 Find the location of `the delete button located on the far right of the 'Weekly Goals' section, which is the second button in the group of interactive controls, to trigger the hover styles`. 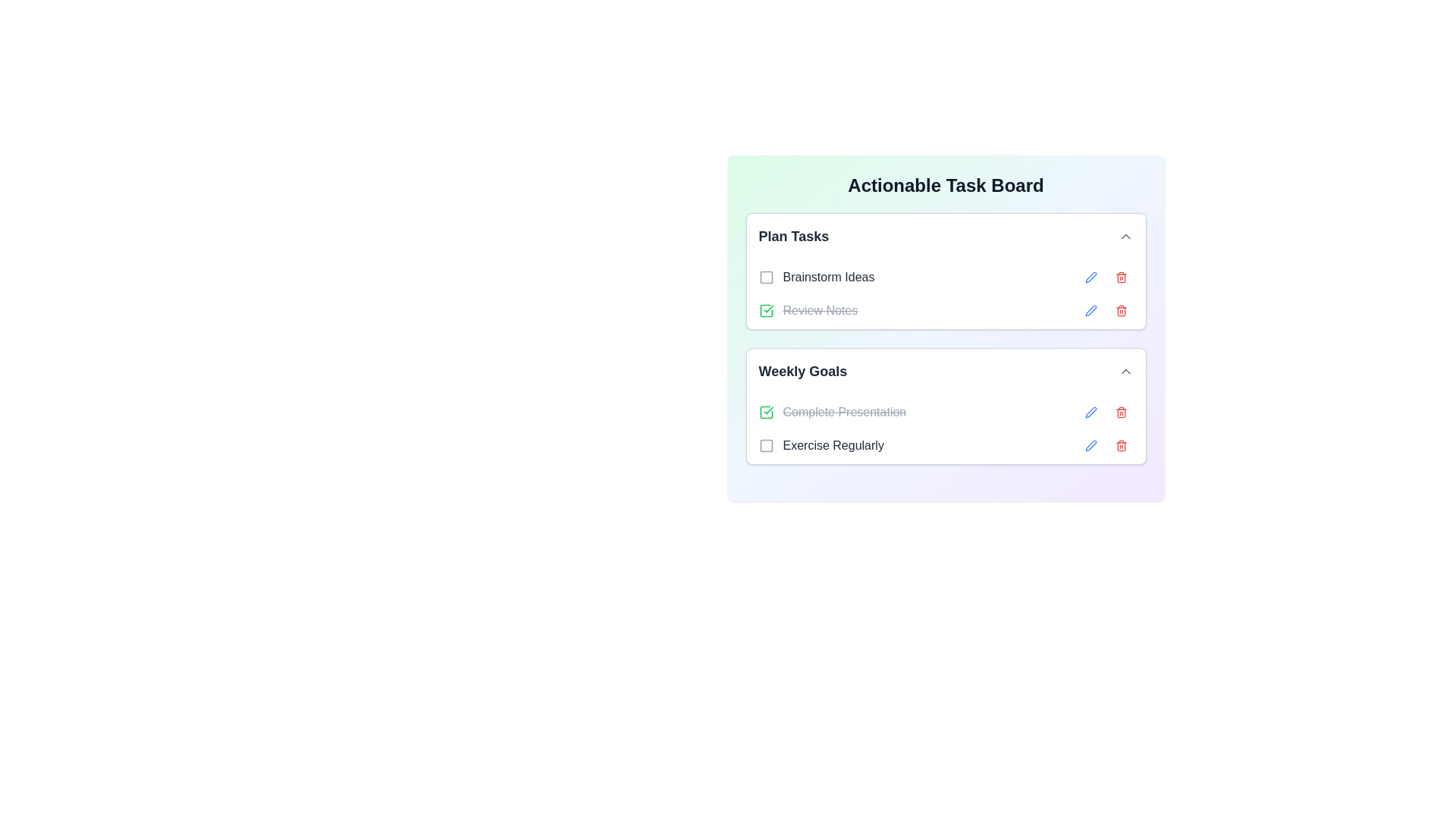

the delete button located on the far right of the 'Weekly Goals' section, which is the second button in the group of interactive controls, to trigger the hover styles is located at coordinates (1121, 444).